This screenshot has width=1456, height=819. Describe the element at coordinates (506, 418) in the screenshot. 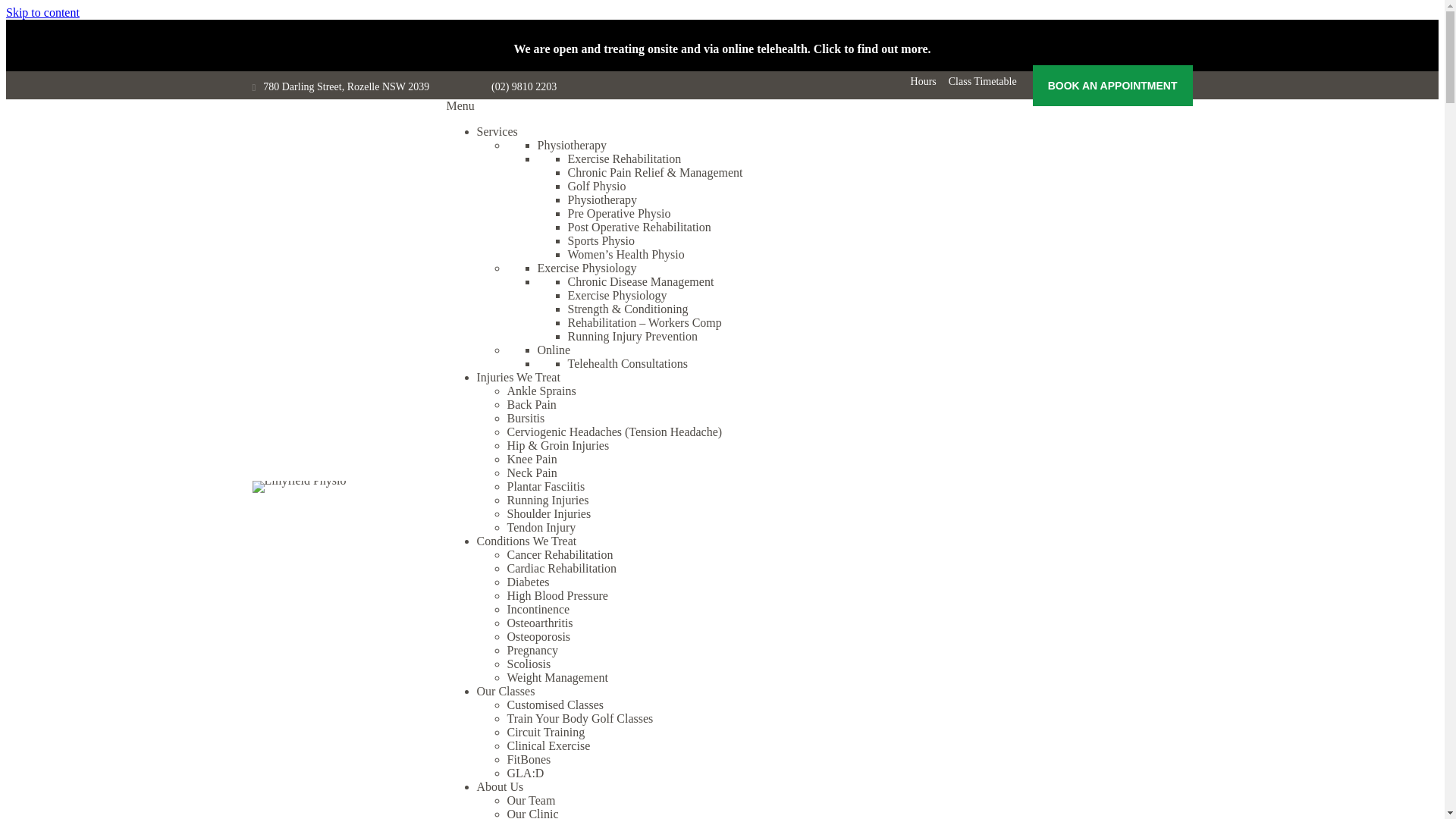

I see `'Bursitis'` at that location.